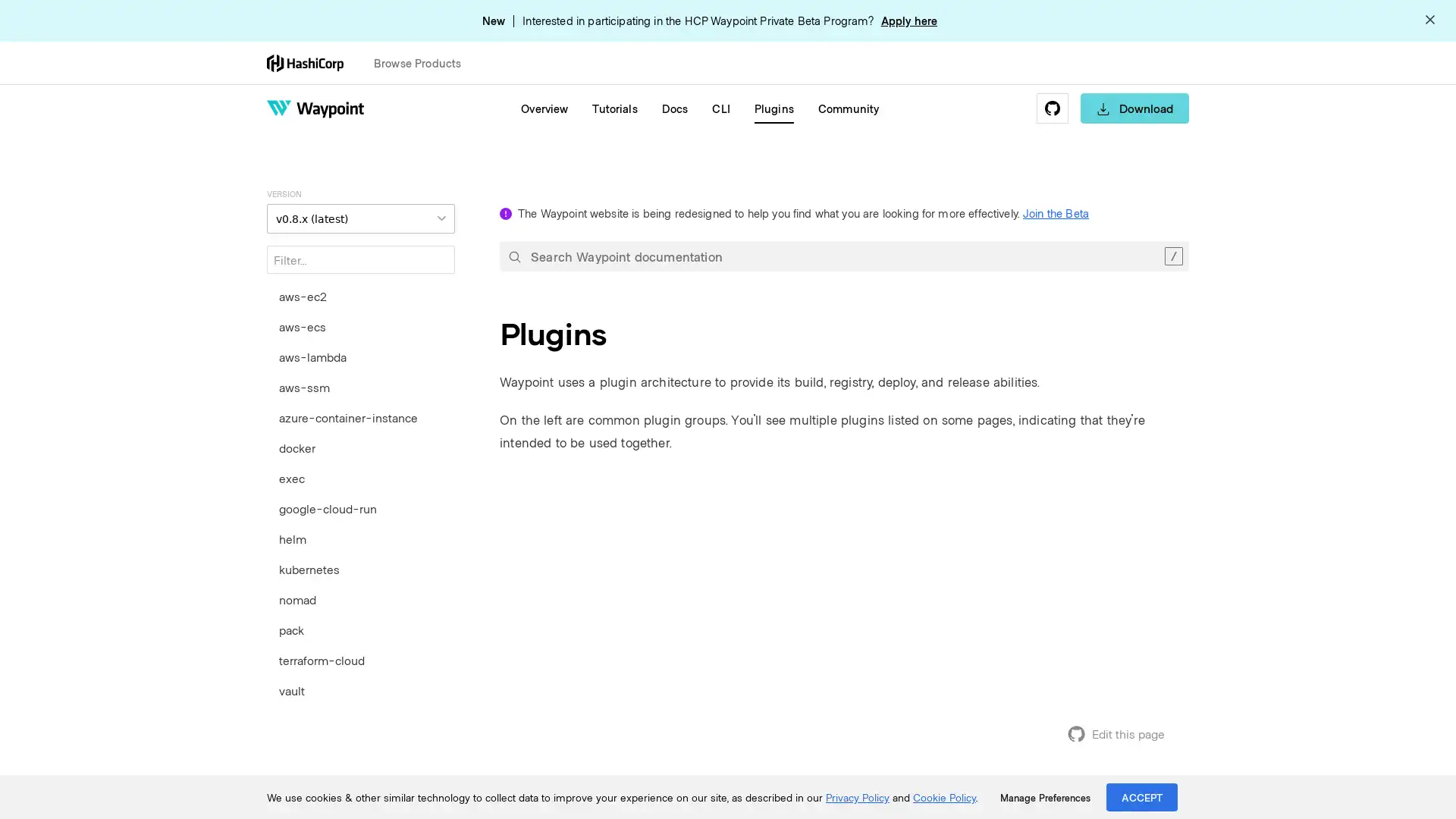  I want to click on Manage Preferences, so click(1044, 797).